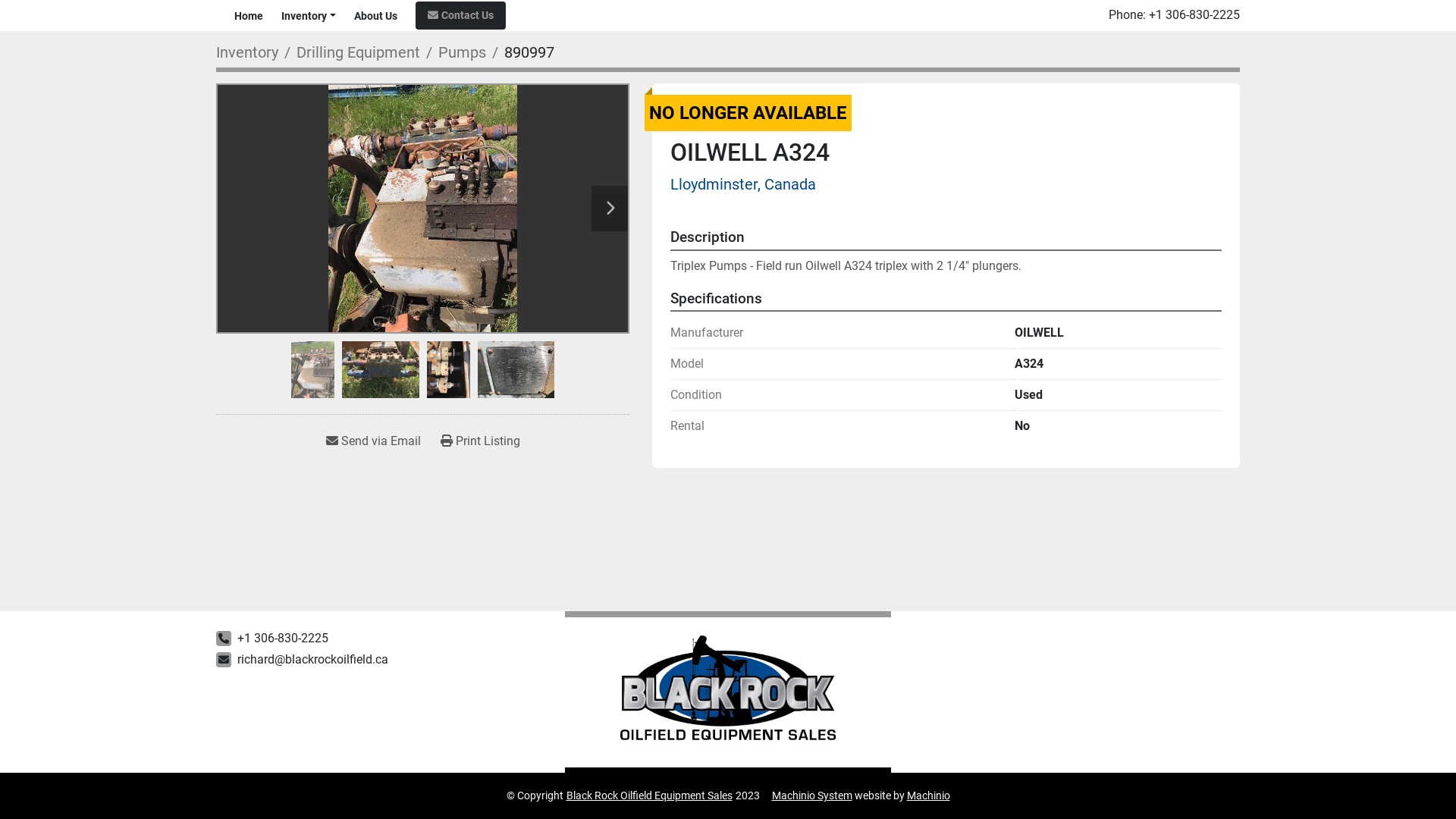  What do you see at coordinates (247, 52) in the screenshot?
I see `'Inventory'` at bounding box center [247, 52].